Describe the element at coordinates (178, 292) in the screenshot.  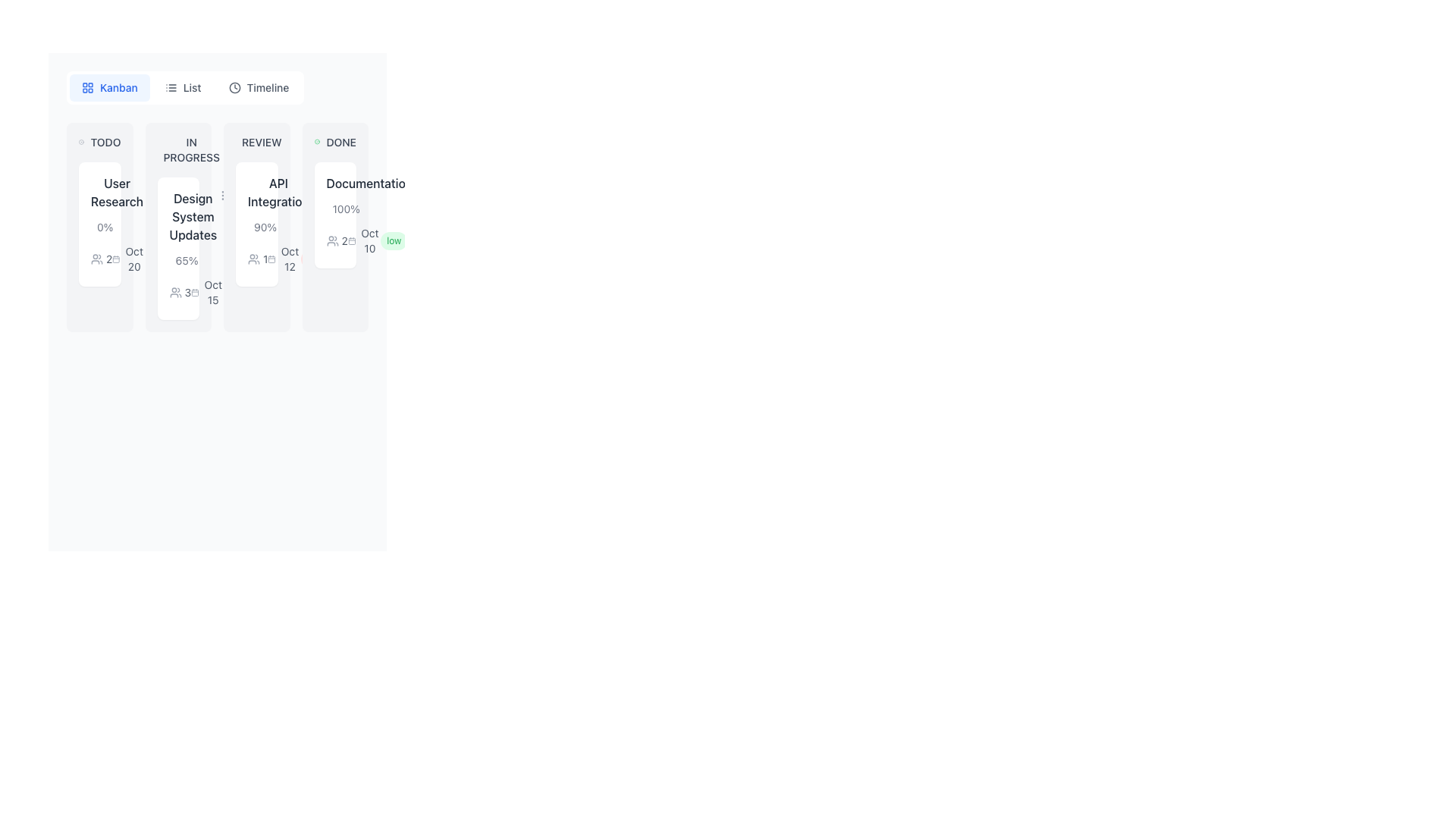
I see `the small gray icon resembling a group of users, located at the bottom-left of the 'Design System Updates' card in the 'IN PROGRESS' column of the Kanban board` at that location.